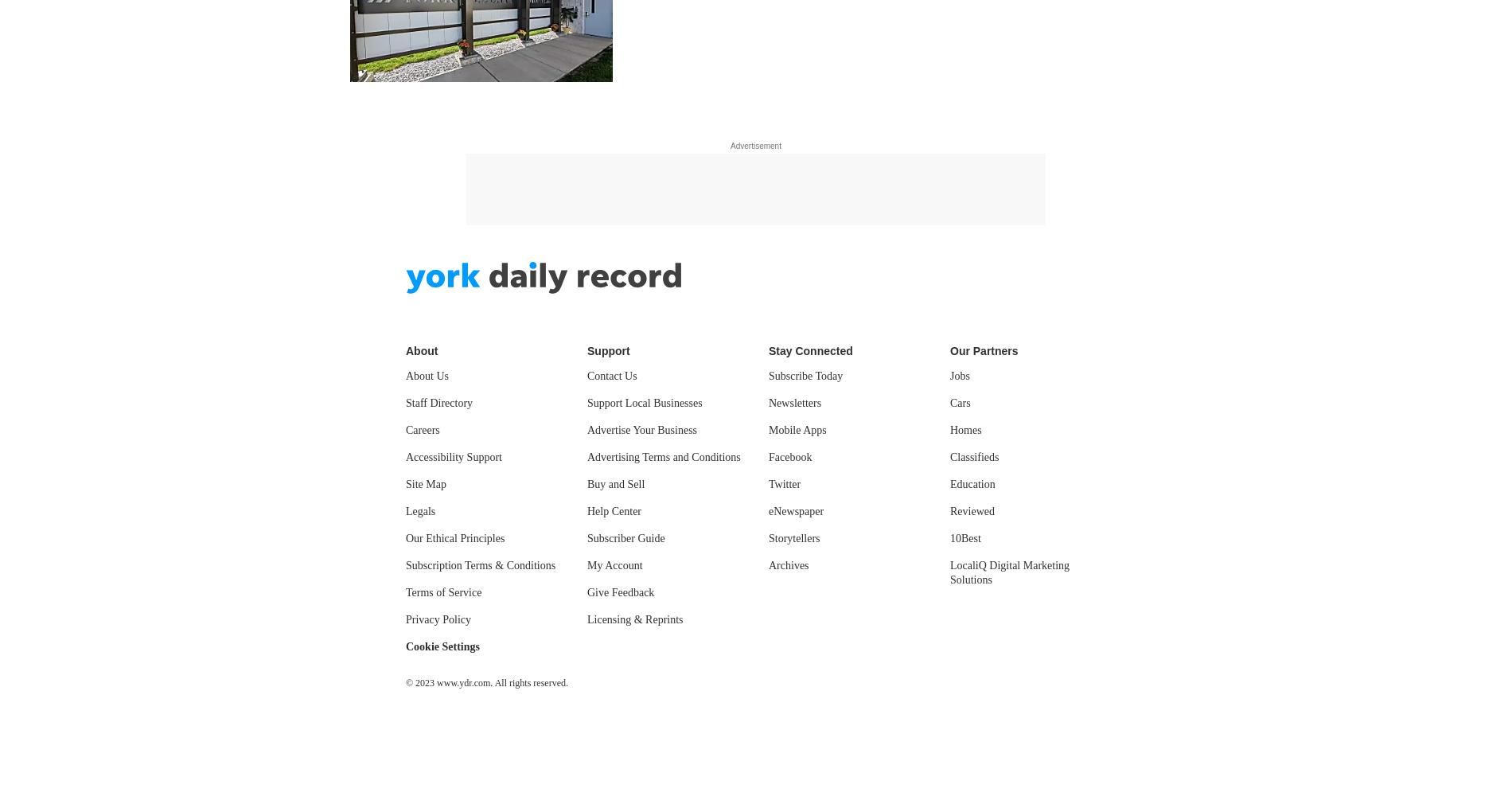 Image resolution: width=1512 pixels, height=812 pixels. What do you see at coordinates (420, 511) in the screenshot?
I see `'Legals'` at bounding box center [420, 511].